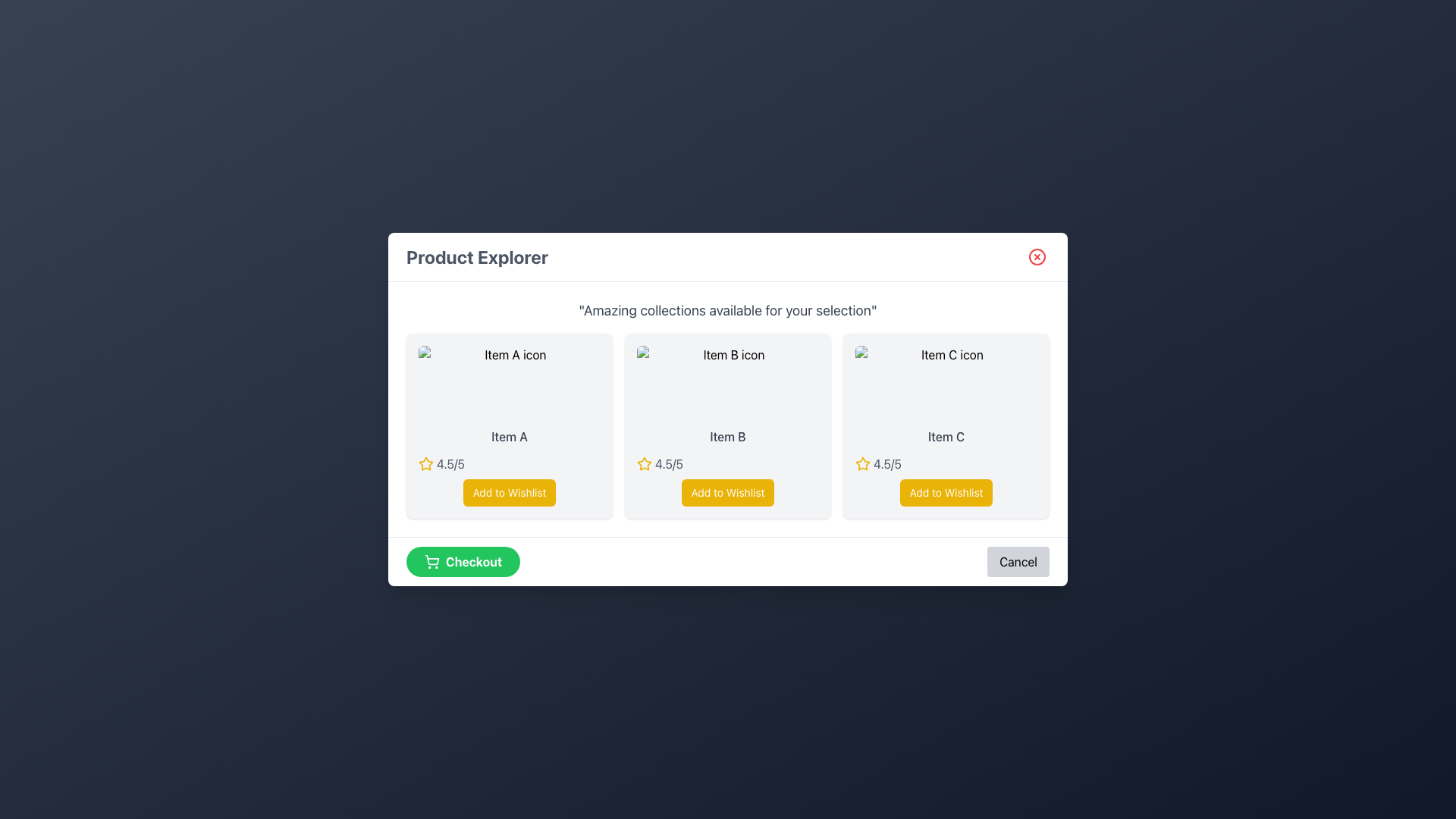 This screenshot has width=1456, height=819. Describe the element at coordinates (1037, 256) in the screenshot. I see `the close button located at the top-right corner of the dialog box` at that location.